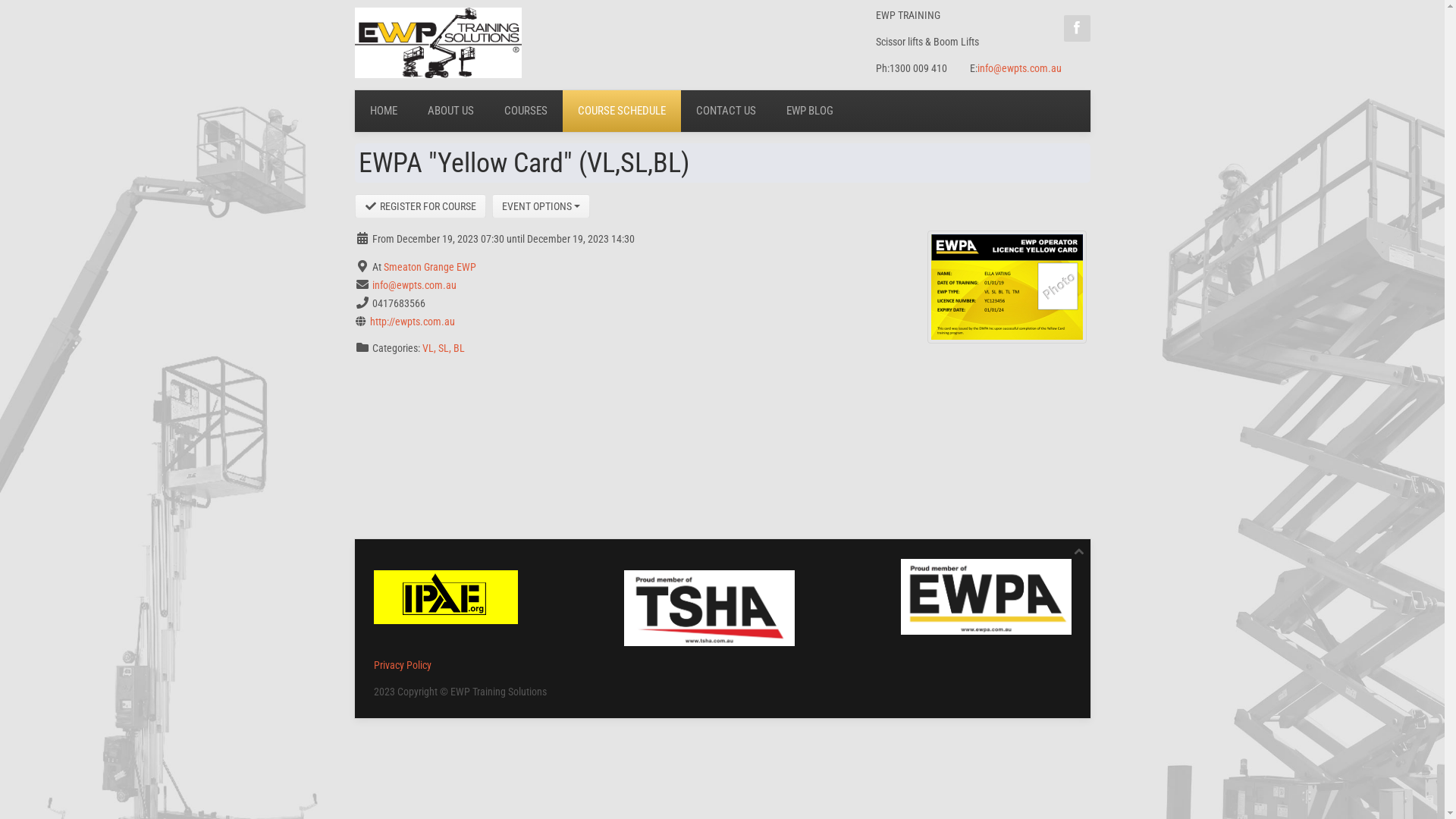 The height and width of the screenshot is (819, 1456). I want to click on 'info@ewpts.com.au', so click(413, 284).